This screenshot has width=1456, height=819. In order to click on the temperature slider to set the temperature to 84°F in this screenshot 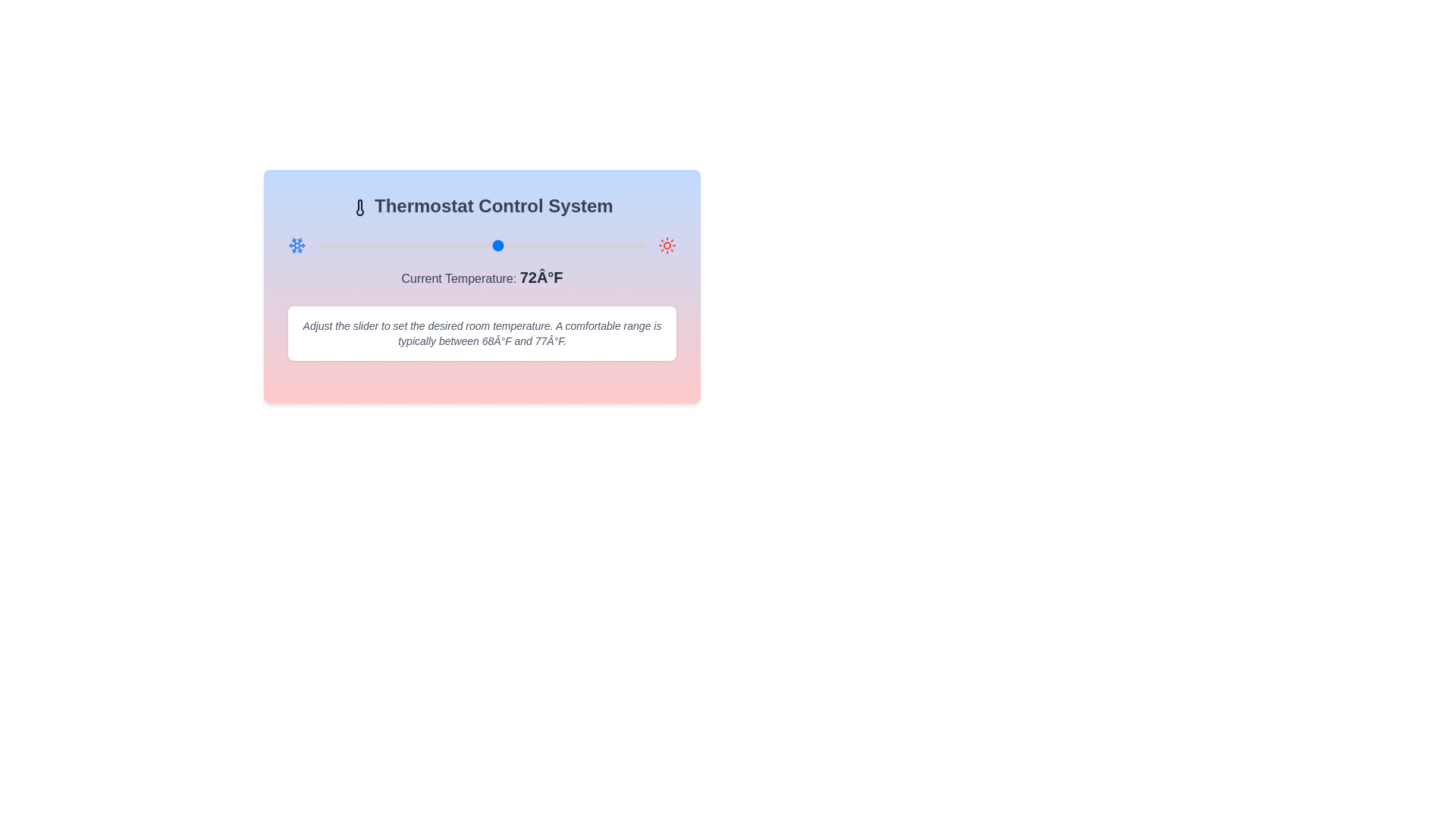, I will do `click(596, 245)`.